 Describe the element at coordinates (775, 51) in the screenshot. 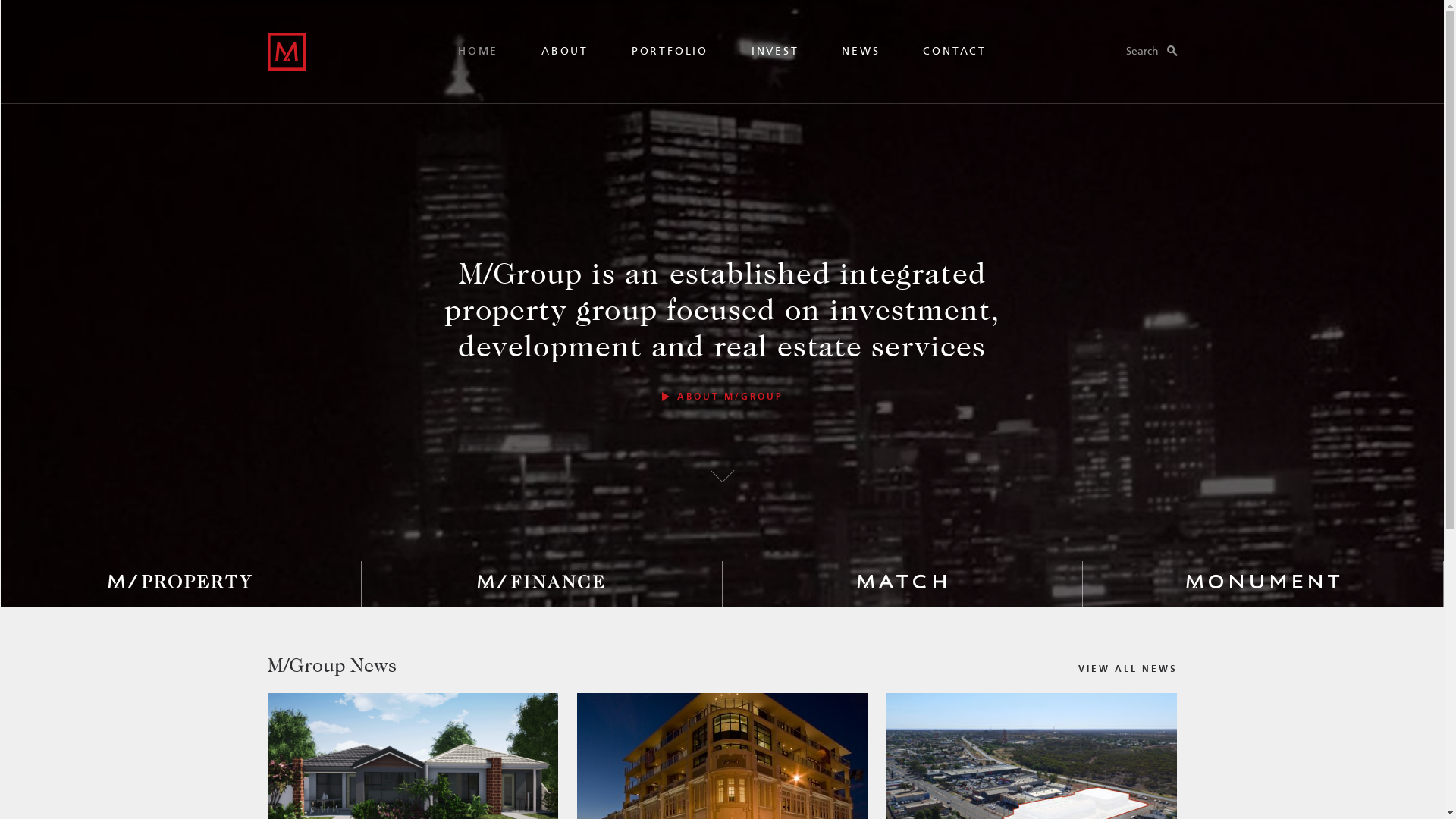

I see `'INVEST'` at that location.